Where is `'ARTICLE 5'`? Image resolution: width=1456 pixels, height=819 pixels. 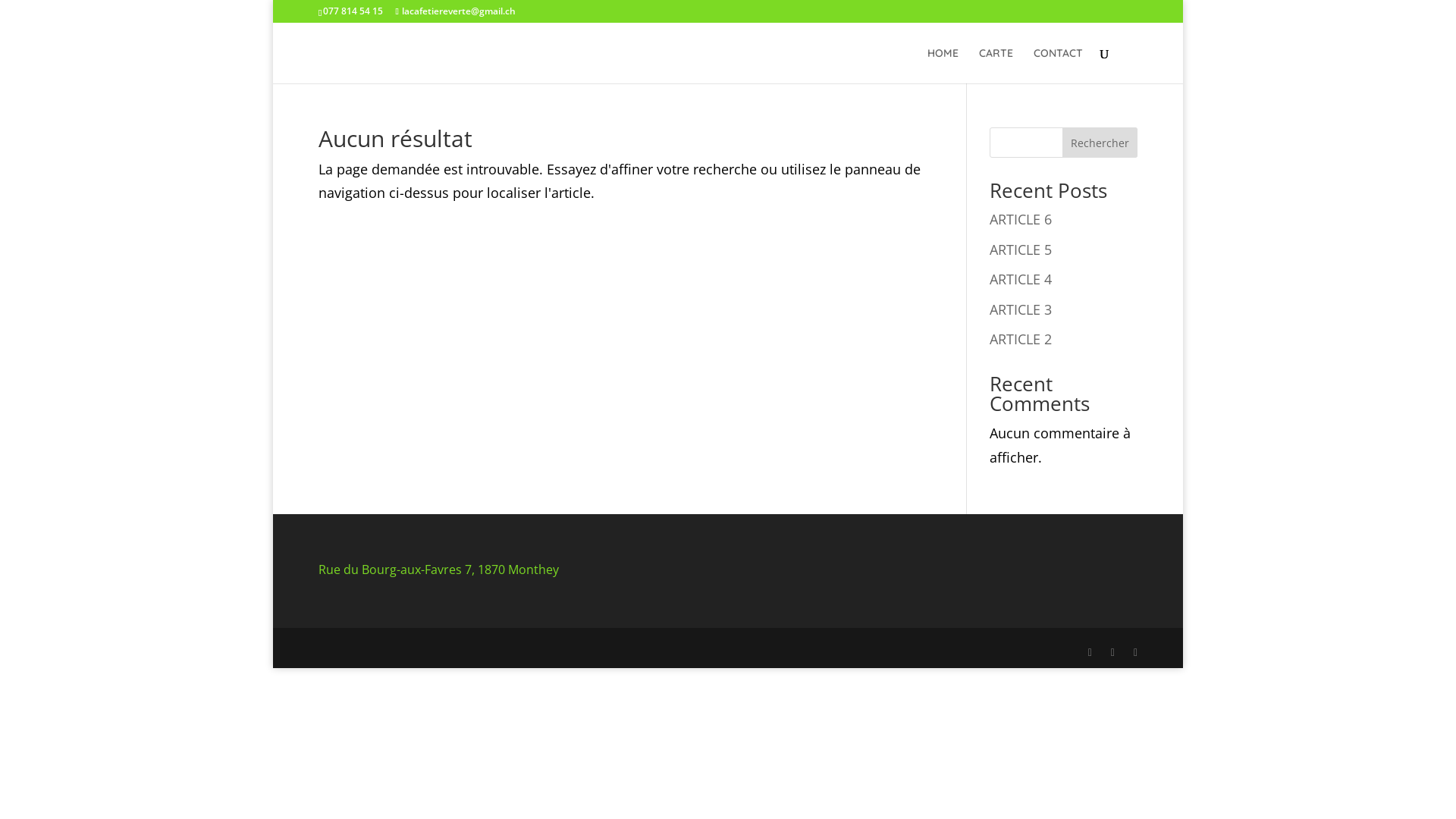
'ARTICLE 5' is located at coordinates (1020, 248).